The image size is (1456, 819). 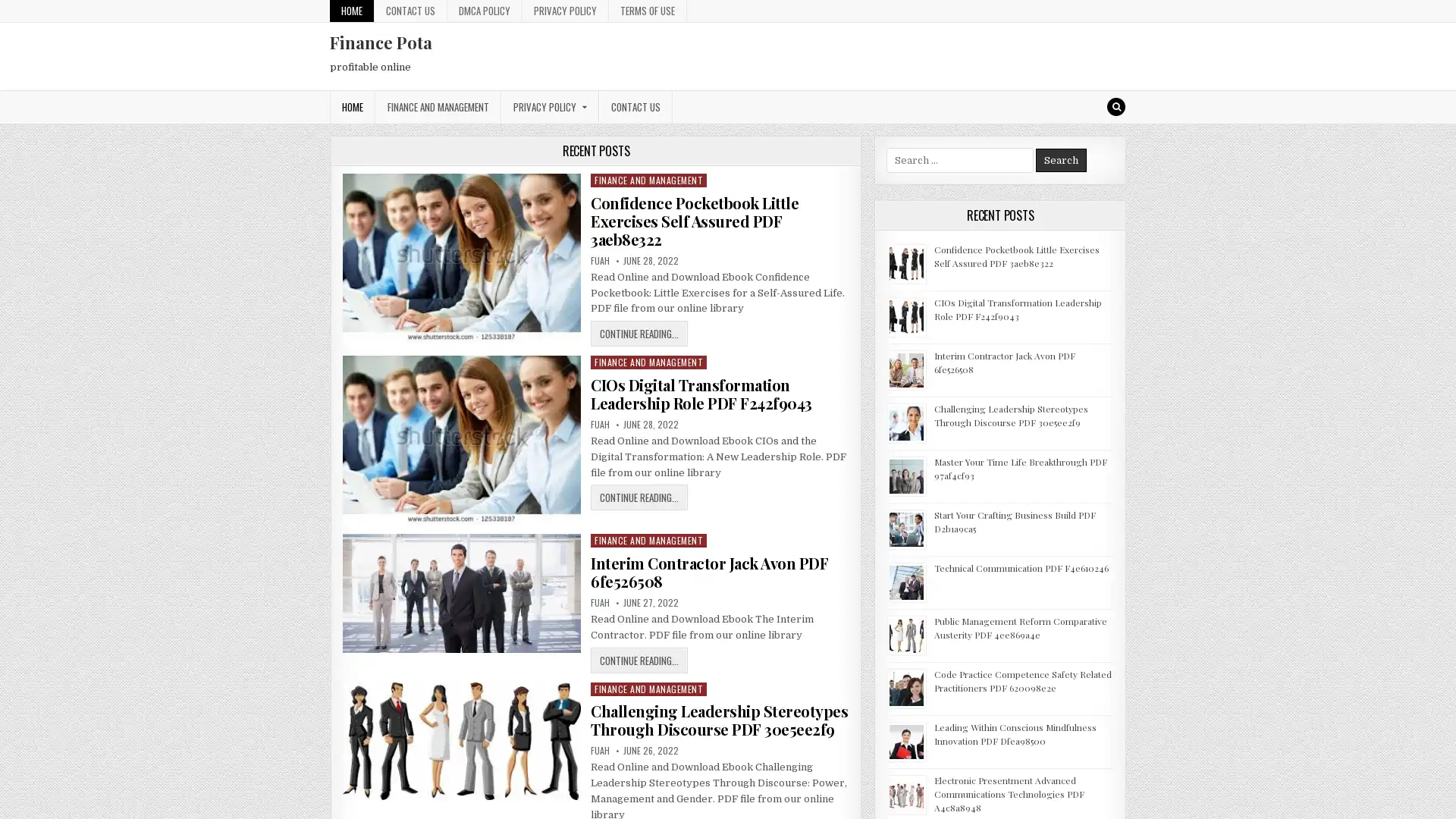 What do you see at coordinates (1060, 160) in the screenshot?
I see `Search` at bounding box center [1060, 160].